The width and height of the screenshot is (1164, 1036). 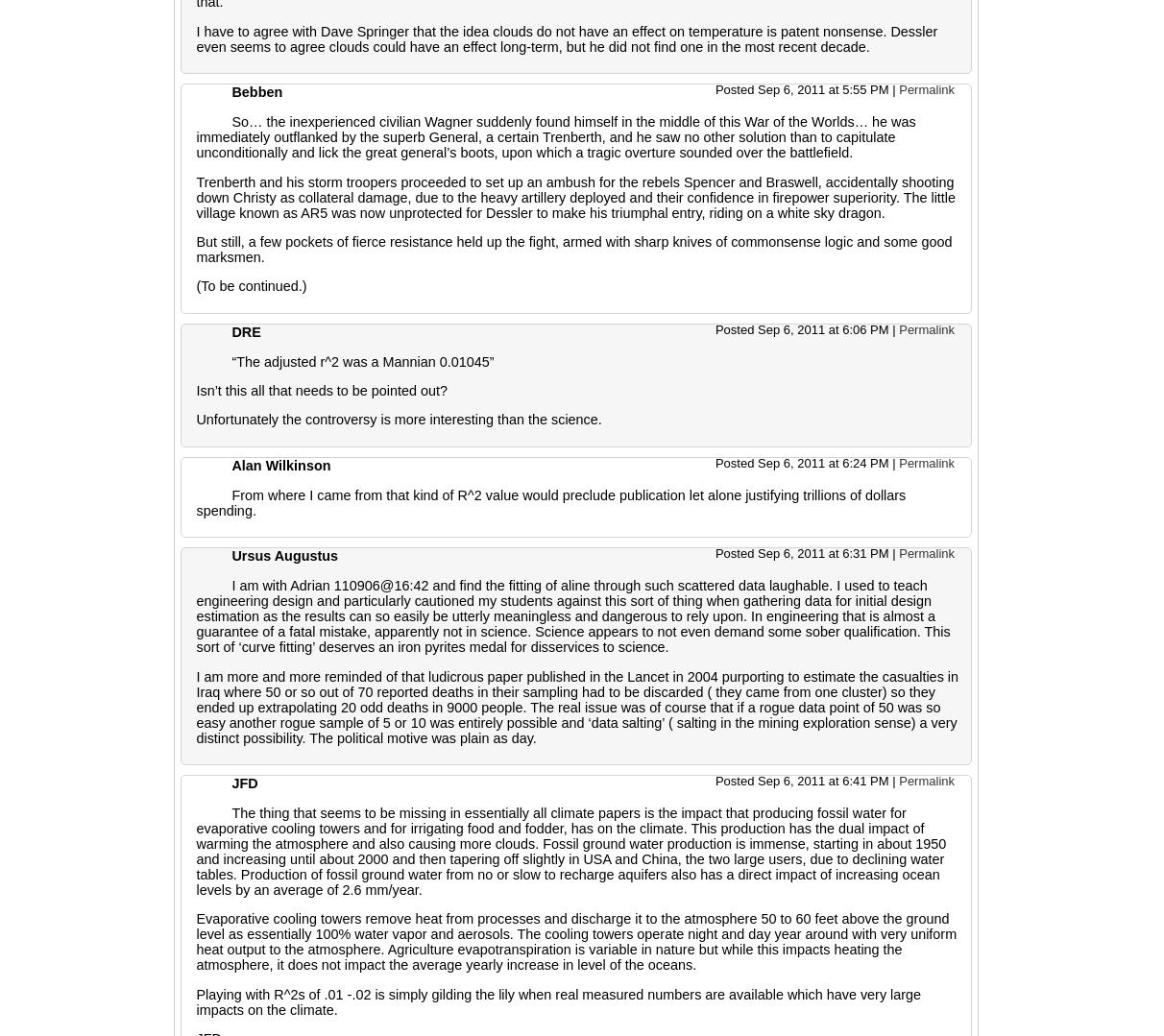 I want to click on 'DRE', so click(x=245, y=330).